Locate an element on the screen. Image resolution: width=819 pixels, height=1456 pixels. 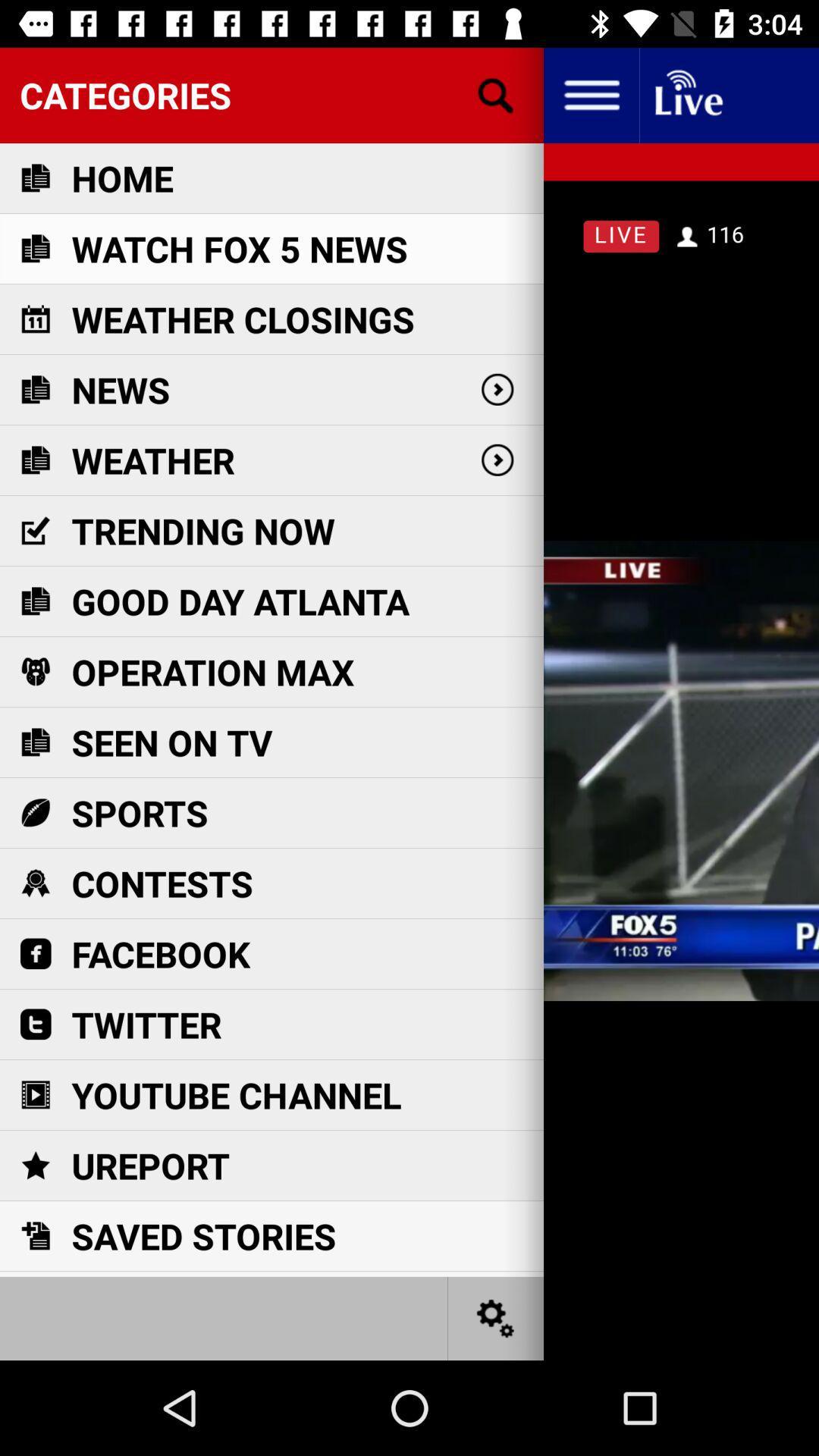
menu icon is located at coordinates (590, 94).